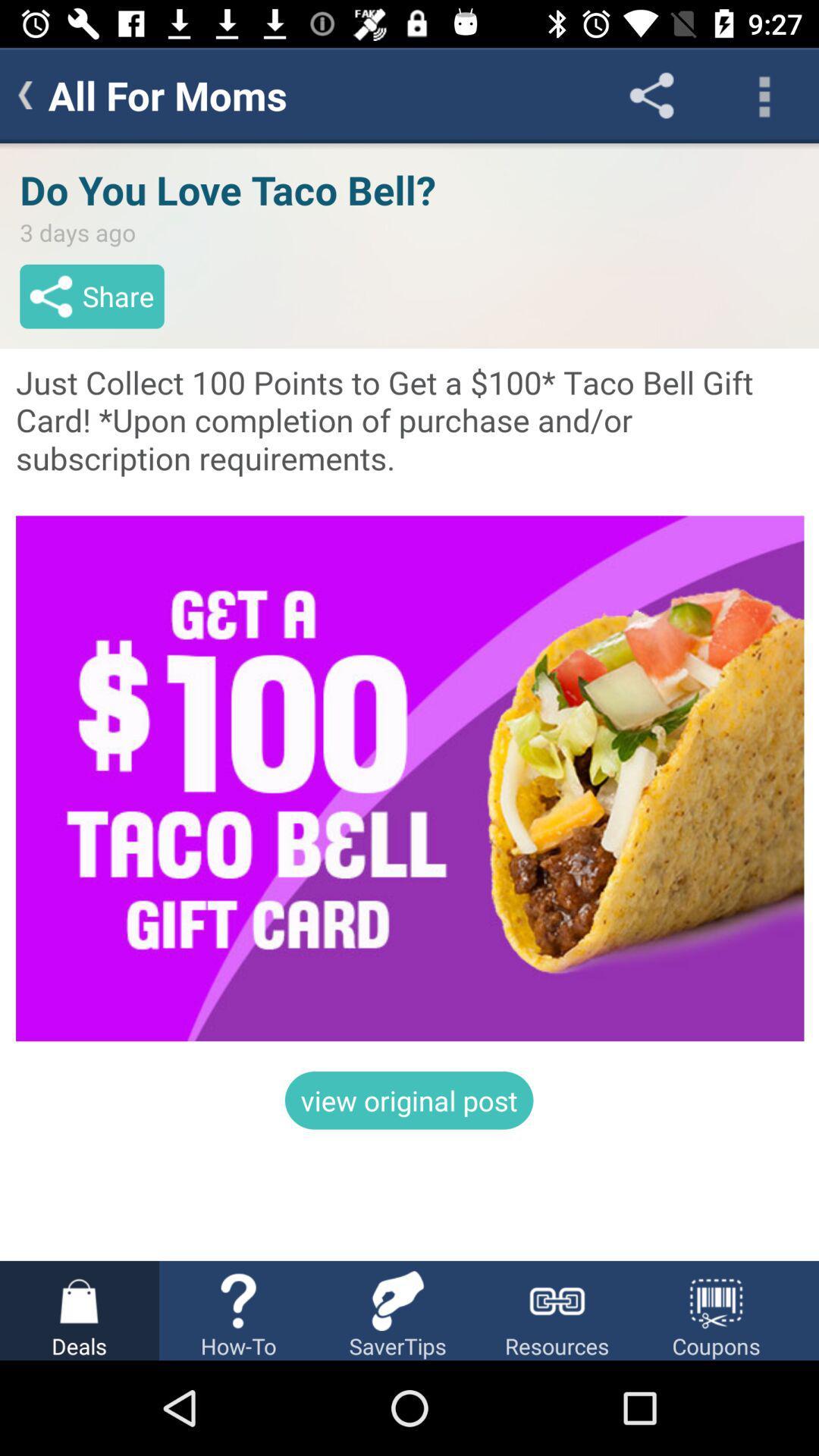  Describe the element at coordinates (651, 94) in the screenshot. I see `share icon` at that location.